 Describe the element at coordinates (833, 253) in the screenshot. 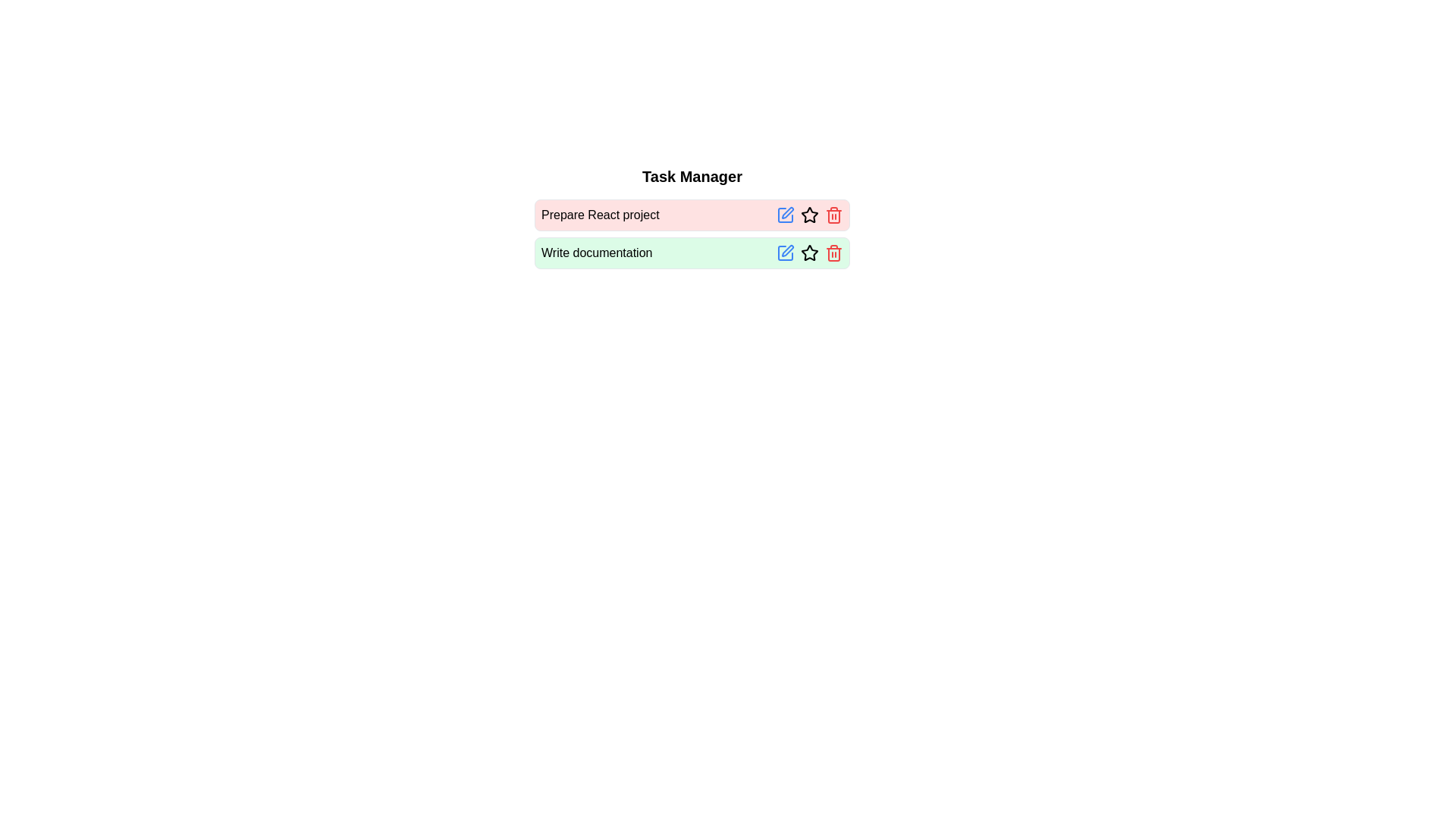

I see `the trash can icon-button associated with the 'Write documentation' task to potentially see a tooltip describing its function` at that location.